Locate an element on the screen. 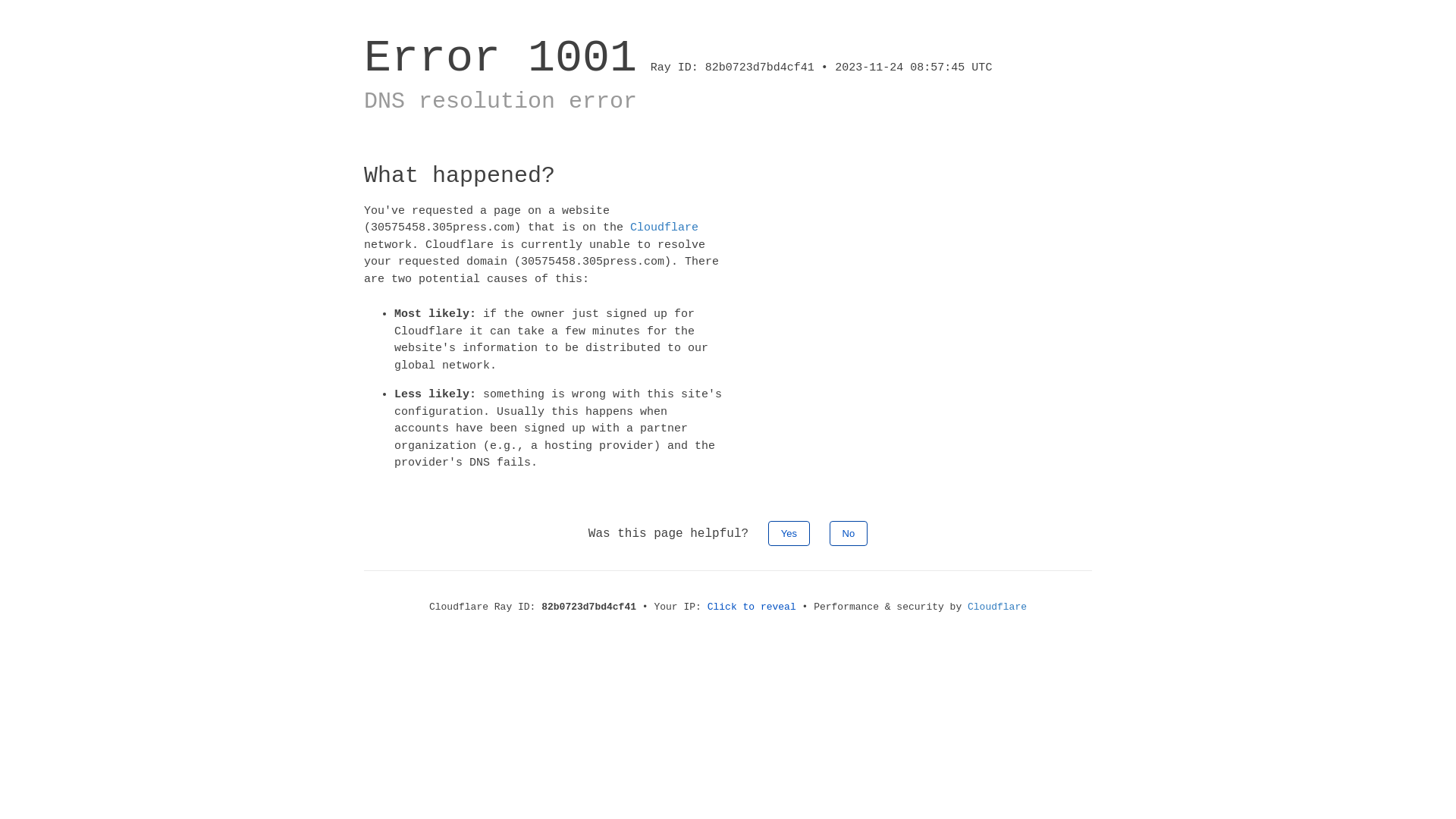 The height and width of the screenshot is (819, 1456). 'No' is located at coordinates (848, 532).